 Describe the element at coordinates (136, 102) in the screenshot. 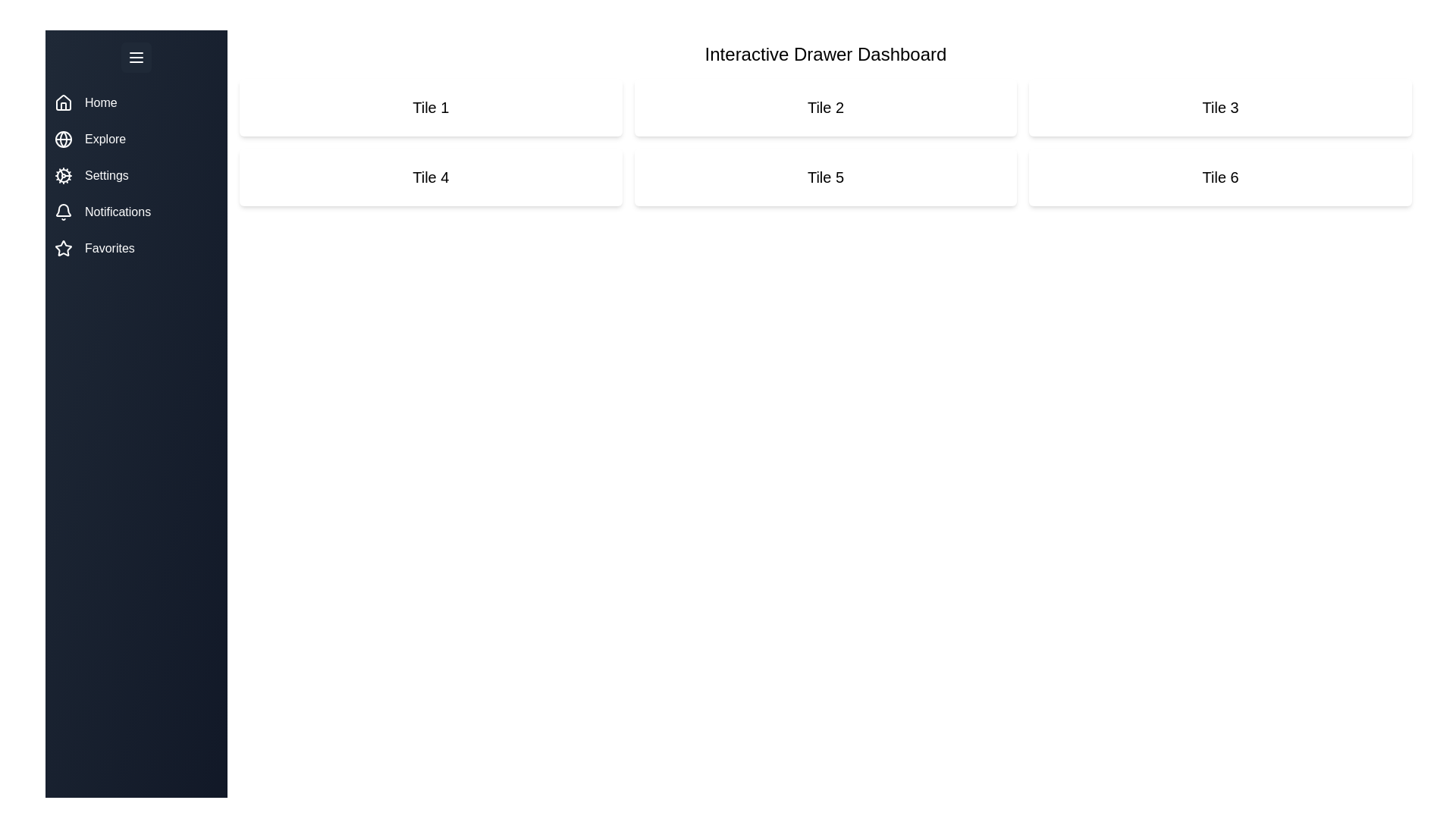

I see `the navigation item Home to see its hover effect` at that location.